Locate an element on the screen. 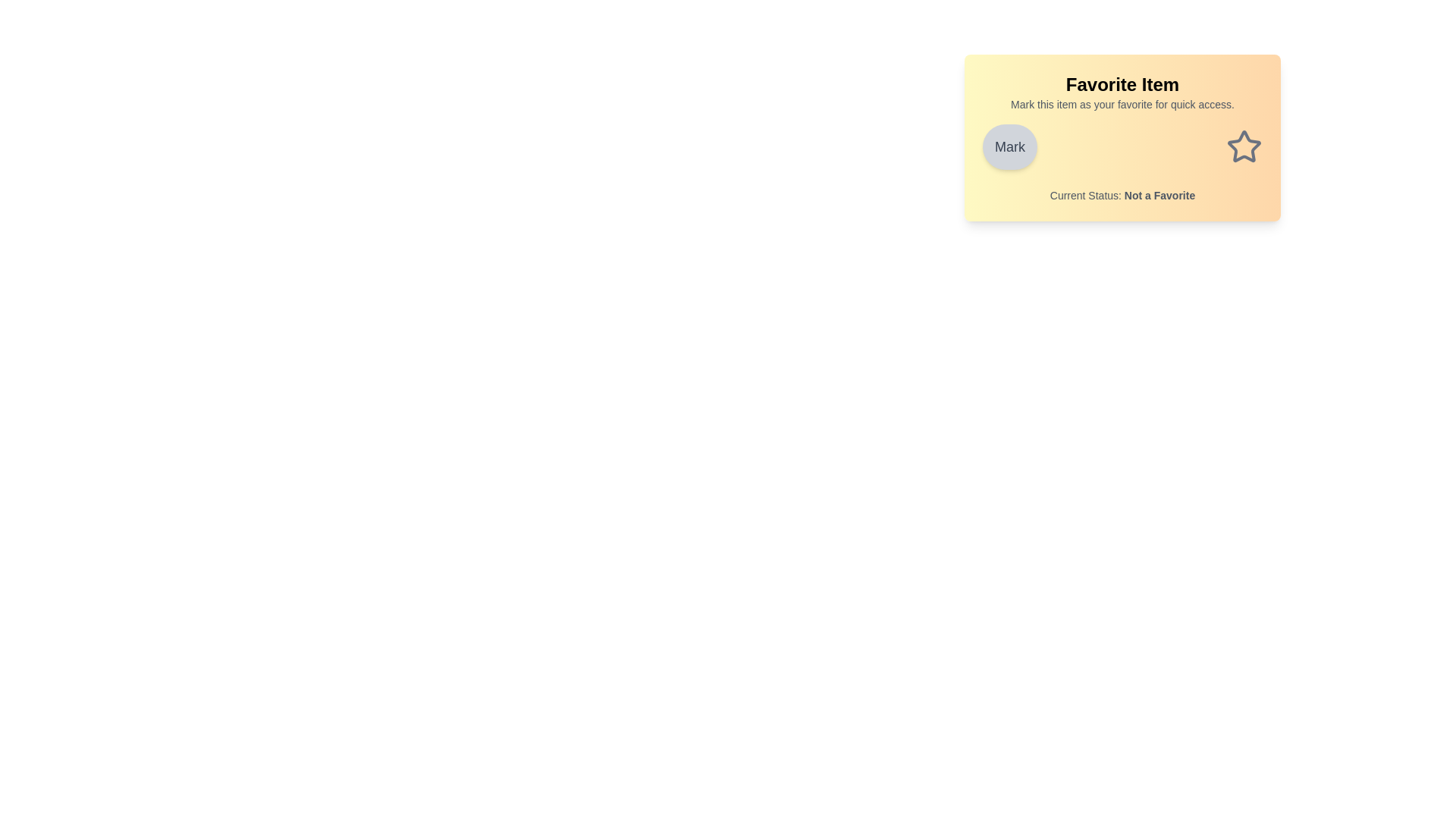  the star icon to toggle its favorite state is located at coordinates (1244, 146).